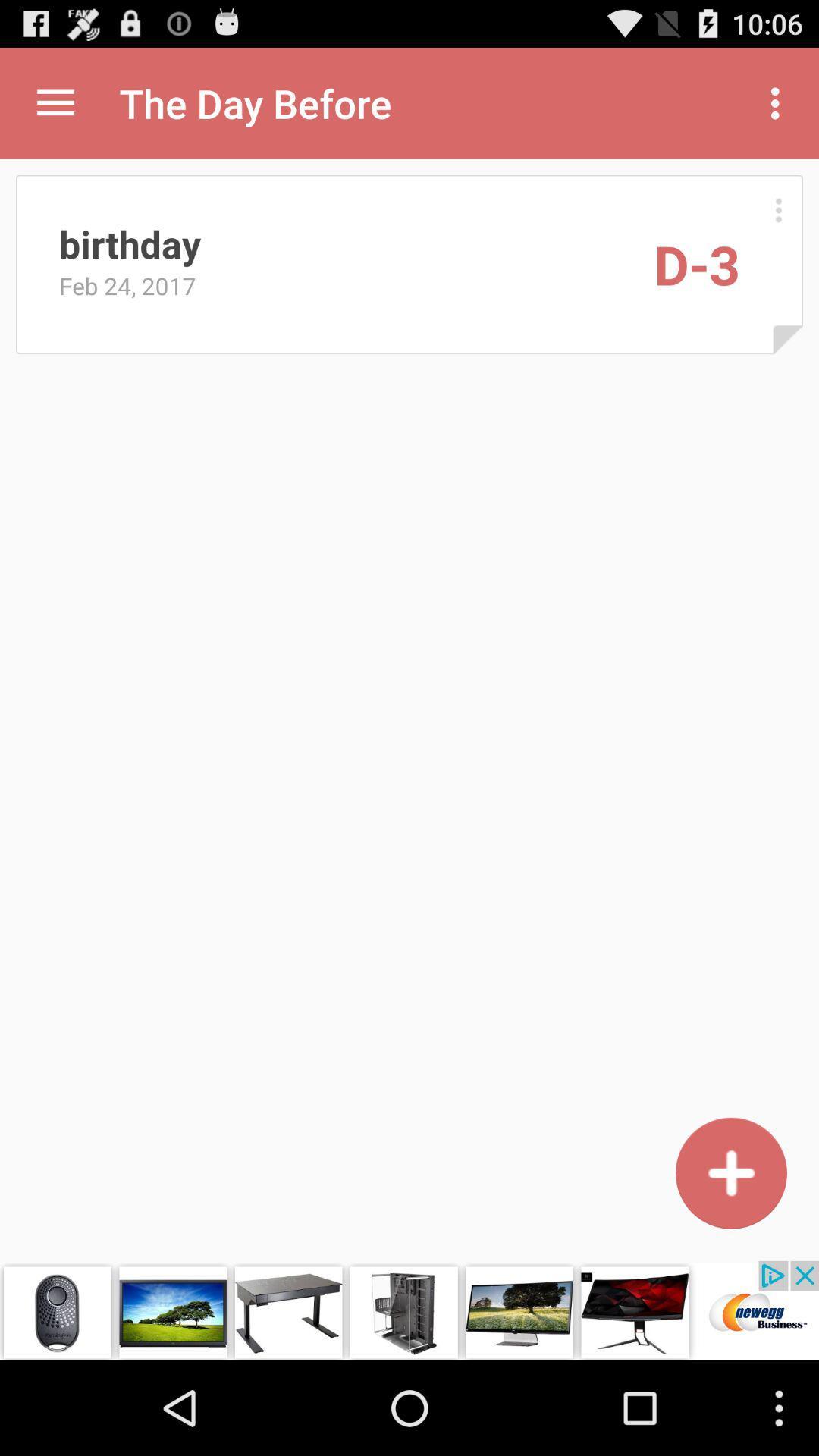  I want to click on select option, so click(778, 209).